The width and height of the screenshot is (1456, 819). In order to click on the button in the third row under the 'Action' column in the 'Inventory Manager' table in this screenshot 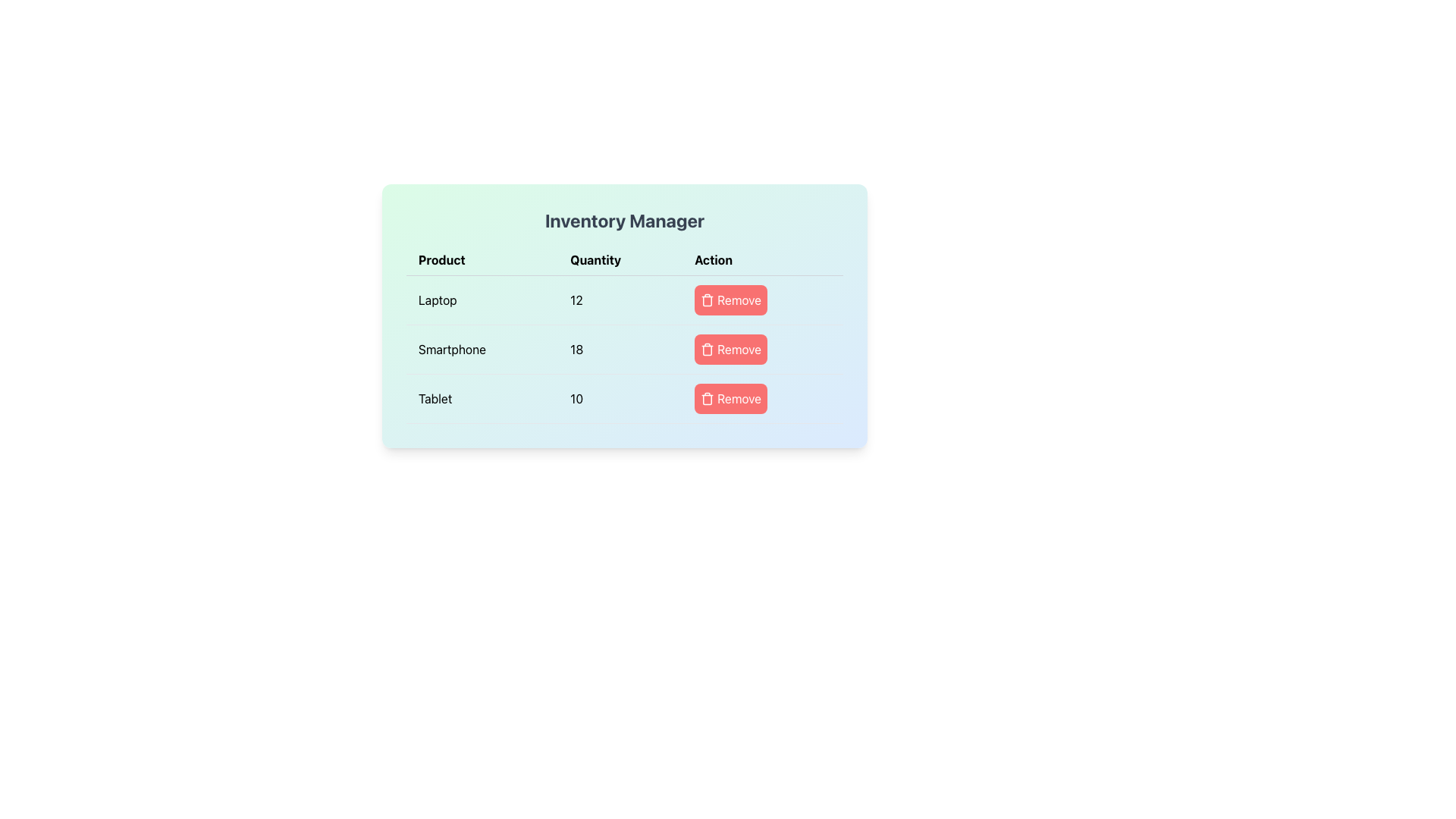, I will do `click(731, 397)`.